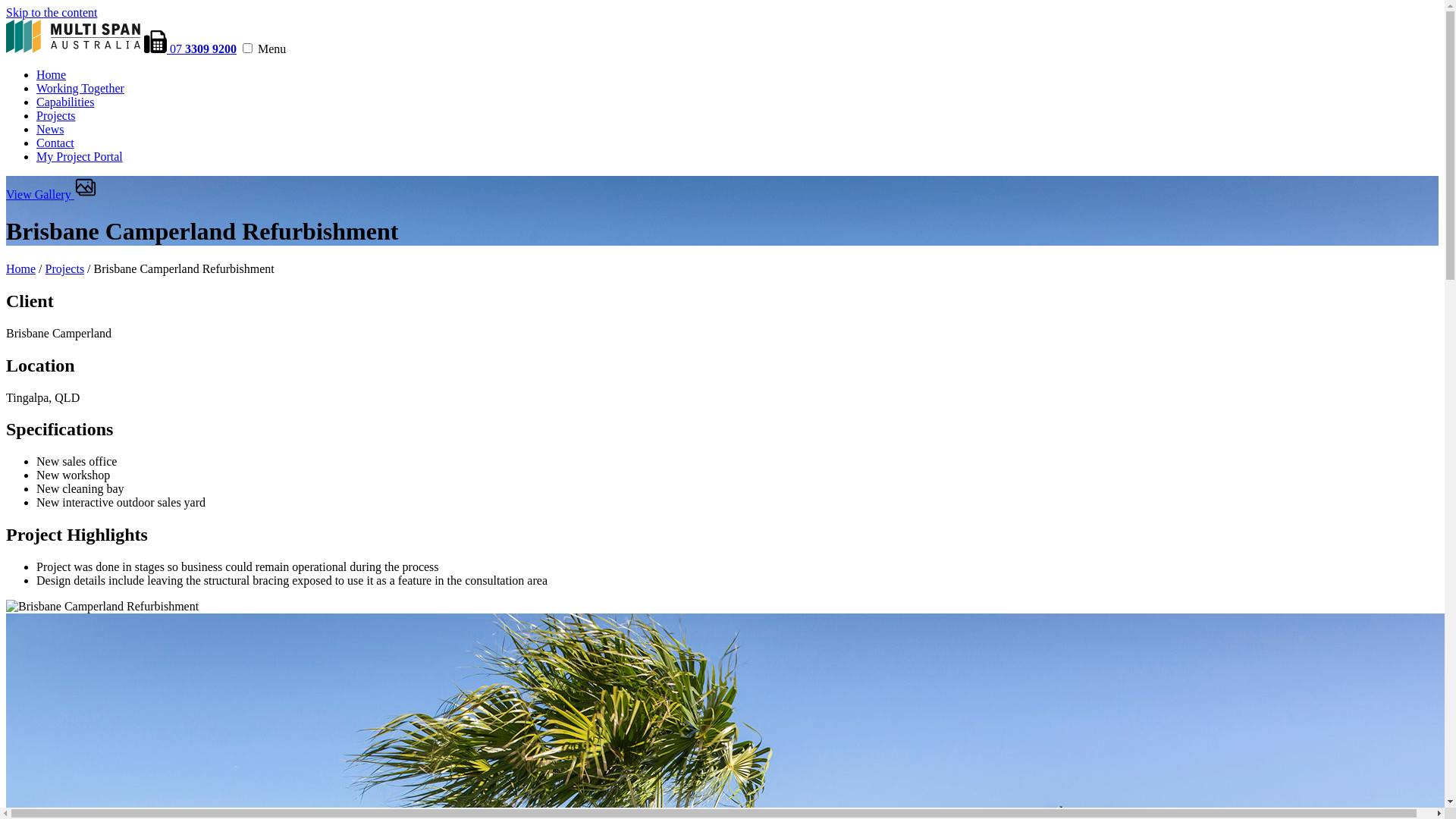  I want to click on 'View Gallery', so click(51, 193).